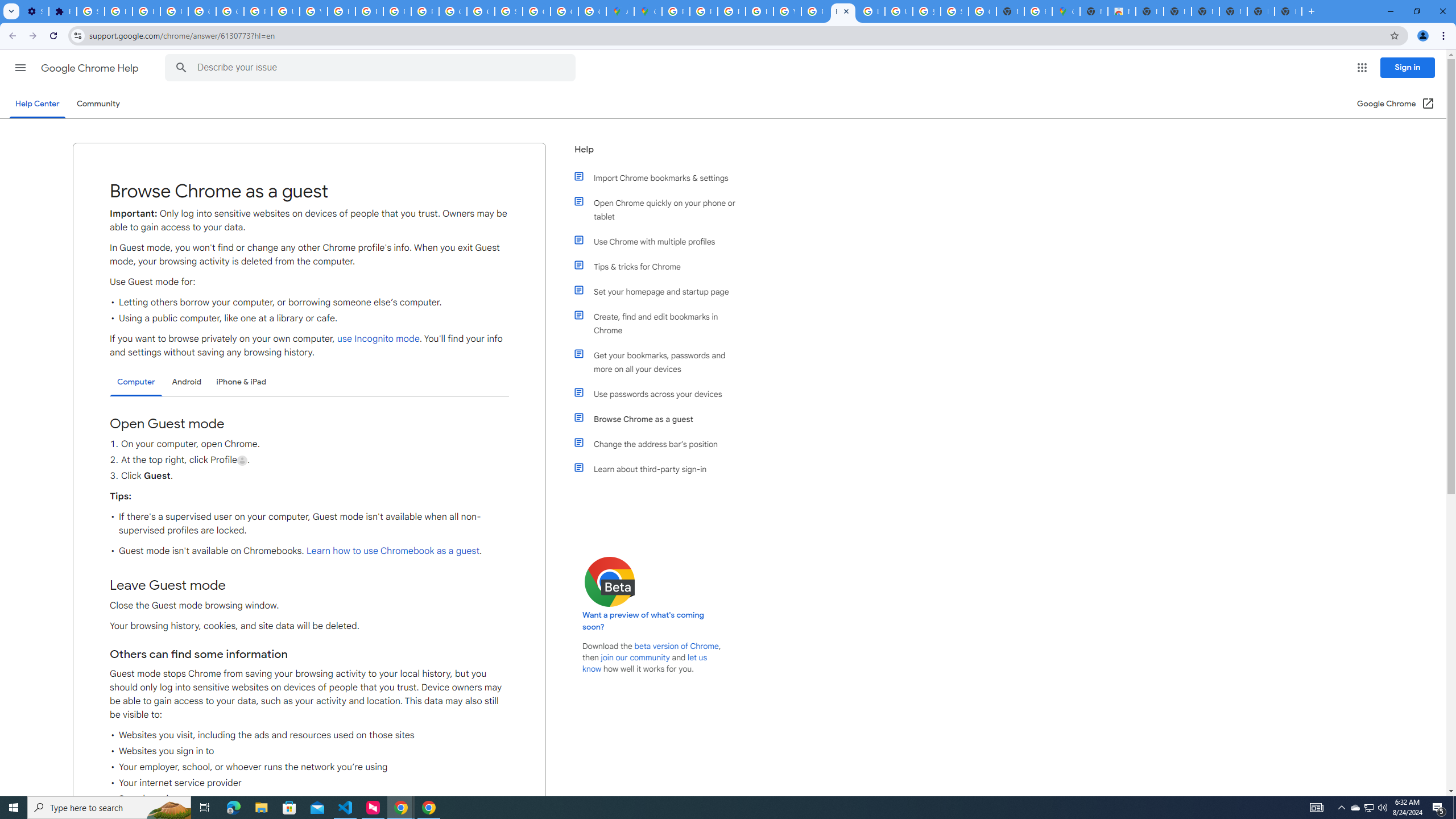 The image size is (1456, 819). I want to click on 'Google Chrome (Open in a new window)', so click(1396, 103).